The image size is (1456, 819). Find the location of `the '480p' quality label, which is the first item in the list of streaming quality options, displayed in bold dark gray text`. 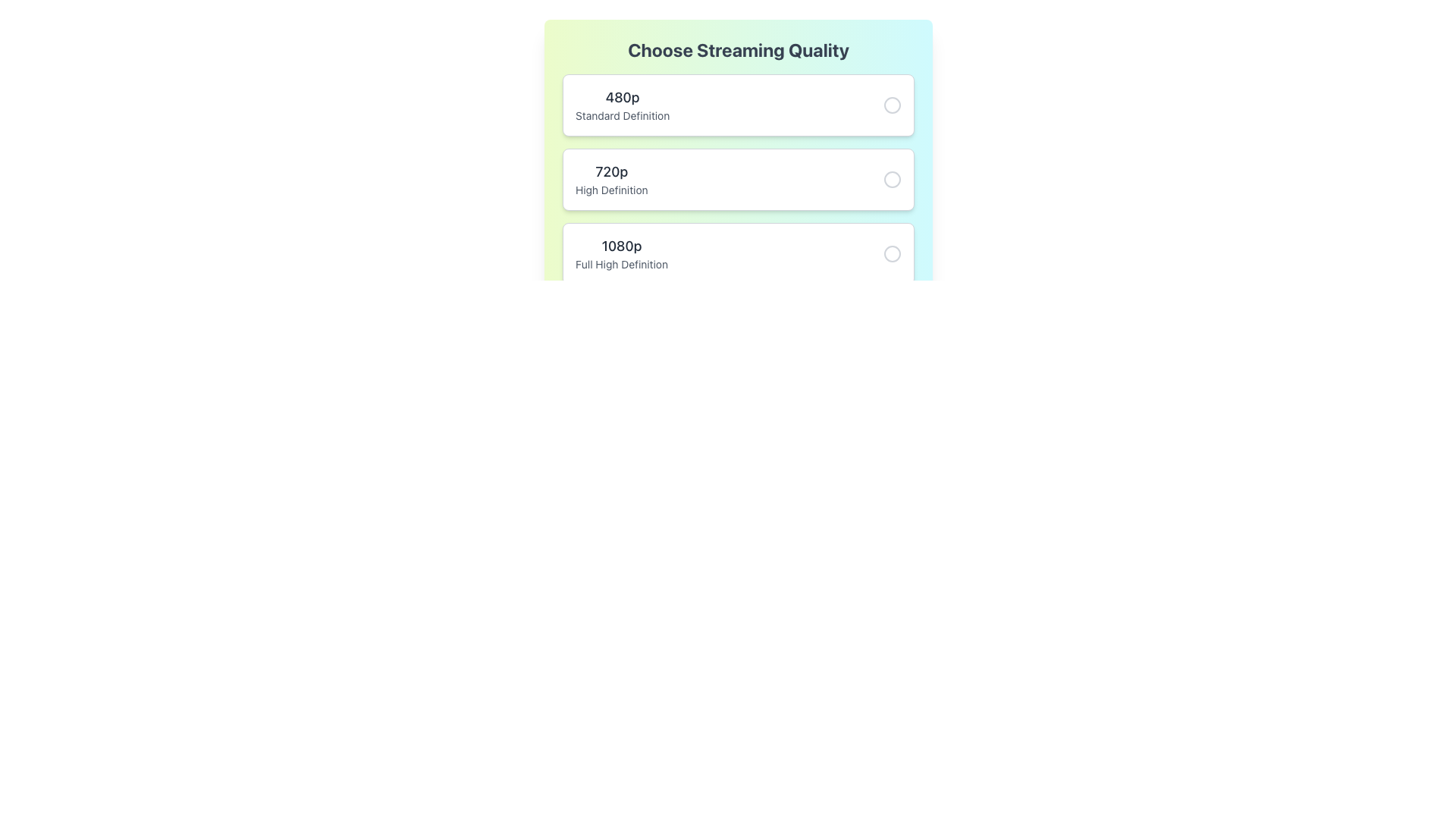

the '480p' quality label, which is the first item in the list of streaming quality options, displayed in bold dark gray text is located at coordinates (623, 97).